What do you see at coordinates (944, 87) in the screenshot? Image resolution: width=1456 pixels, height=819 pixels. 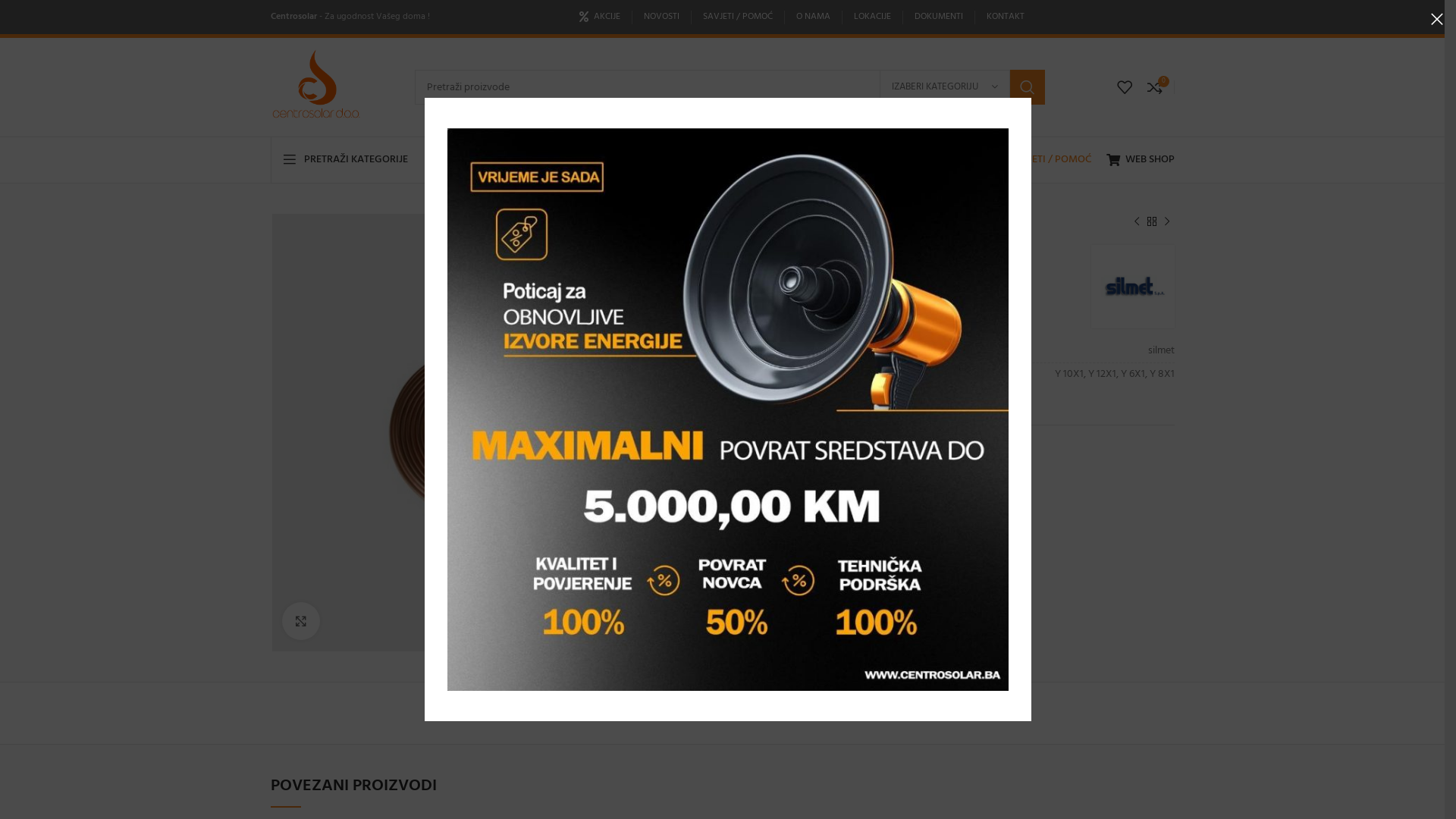 I see `'IZABERI KATEGORIJU'` at bounding box center [944, 87].